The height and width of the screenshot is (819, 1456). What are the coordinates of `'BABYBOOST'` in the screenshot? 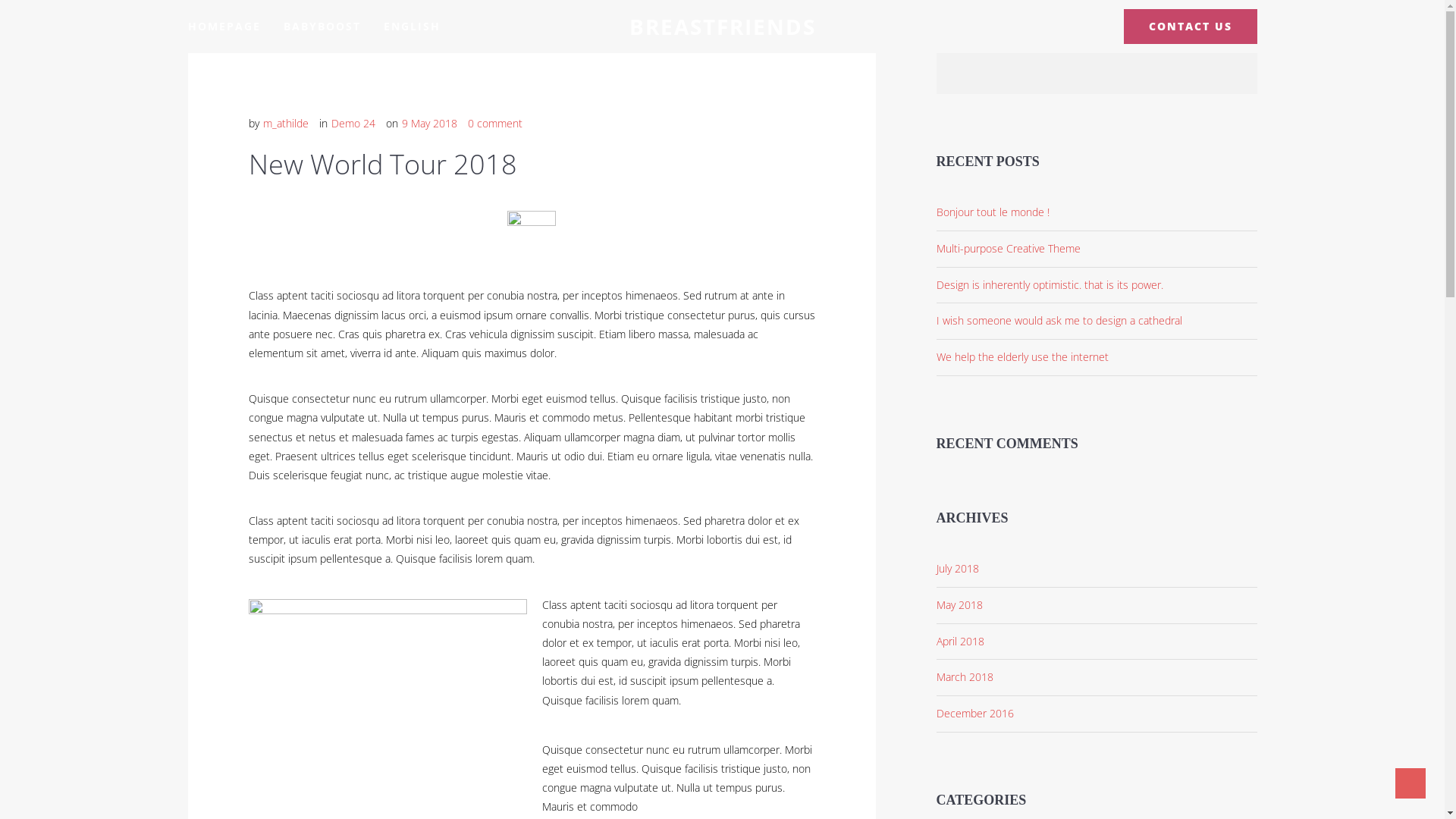 It's located at (322, 26).